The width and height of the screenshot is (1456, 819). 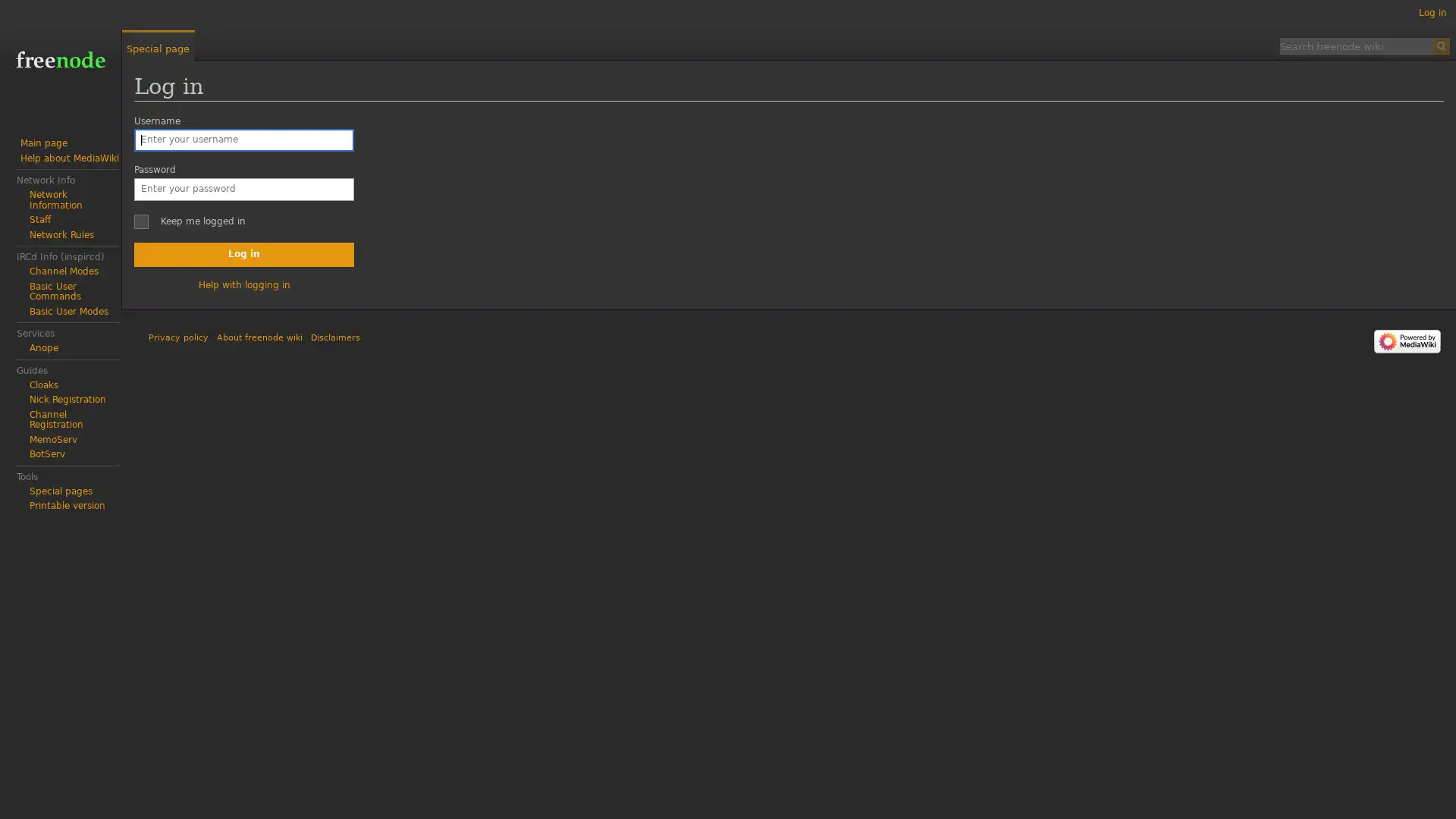 What do you see at coordinates (243, 253) in the screenshot?
I see `Log in` at bounding box center [243, 253].